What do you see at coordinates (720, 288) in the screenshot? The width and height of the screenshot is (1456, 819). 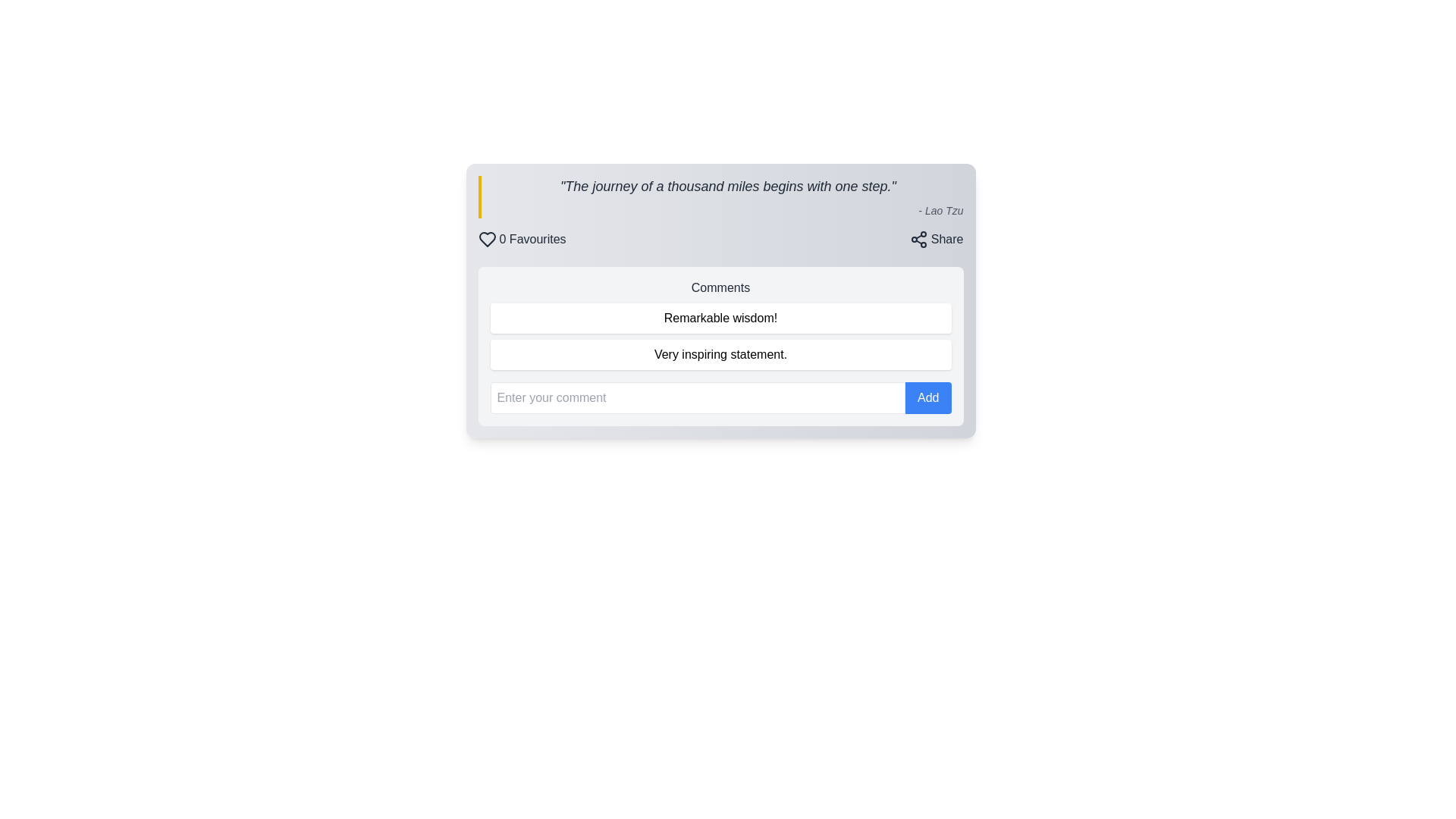 I see `the static text label displaying 'Comments', which is styled in gray and positioned at the top of the comments section` at bounding box center [720, 288].